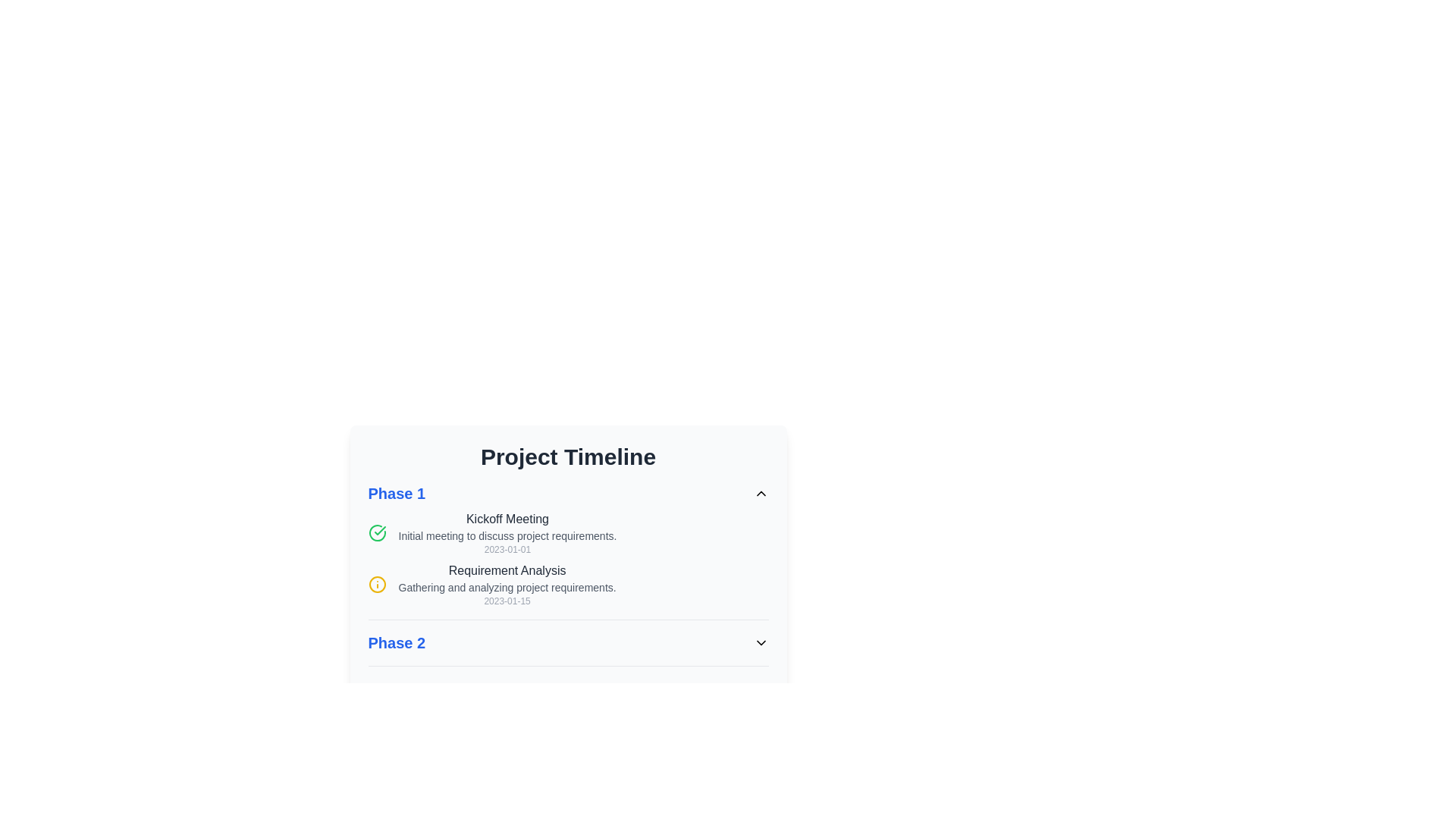  What do you see at coordinates (567, 584) in the screenshot?
I see `the second list item in the timeline labeled 'Phase 1', which includes a bold heading 'Requirement Analysis', a description, and a date below it` at bounding box center [567, 584].